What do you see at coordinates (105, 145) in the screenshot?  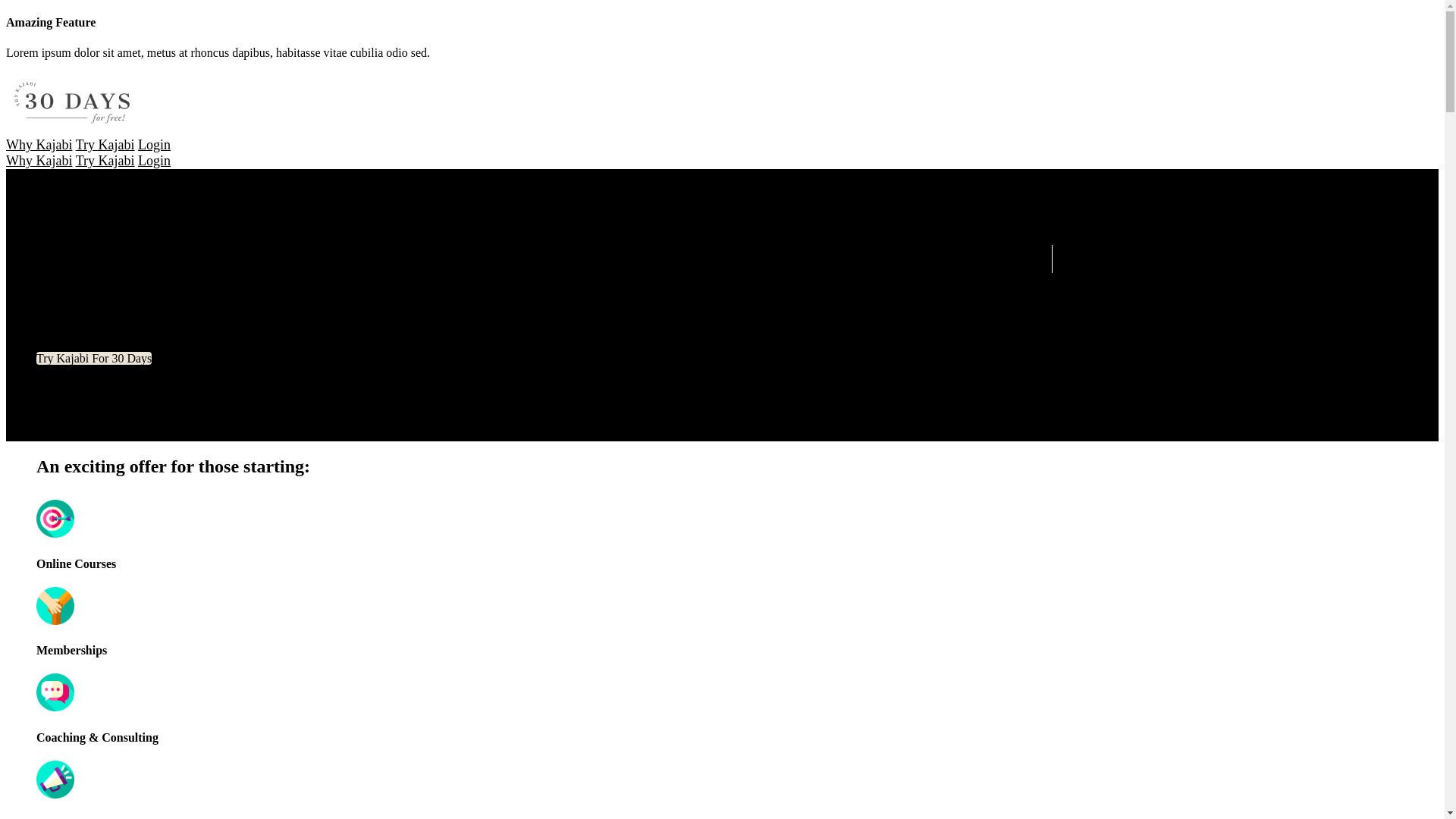 I see `'Try Kajabi'` at bounding box center [105, 145].